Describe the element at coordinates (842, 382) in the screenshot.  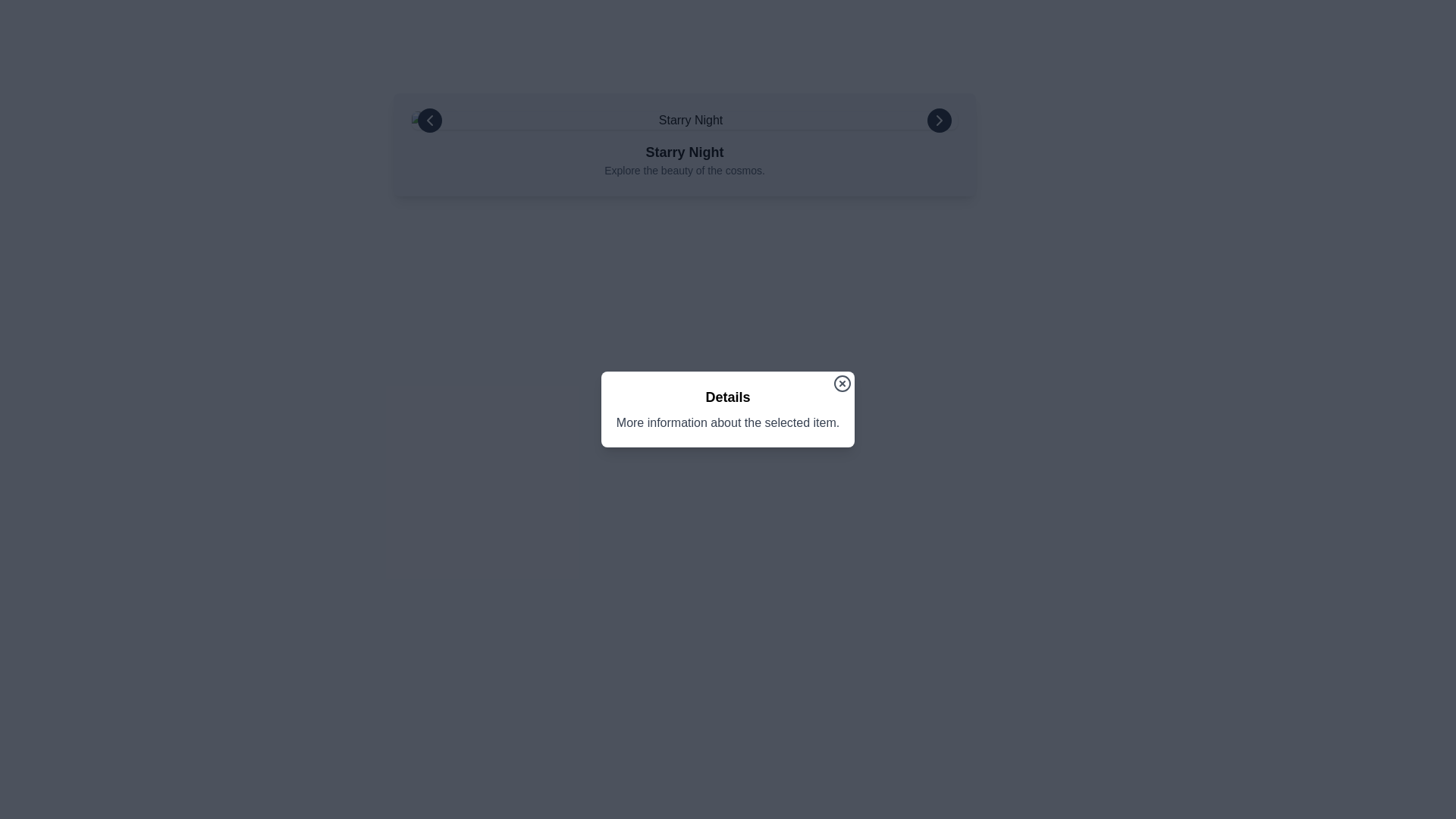
I see `the circular button with an X shape in the top-right corner of the contextual popup dialog` at that location.